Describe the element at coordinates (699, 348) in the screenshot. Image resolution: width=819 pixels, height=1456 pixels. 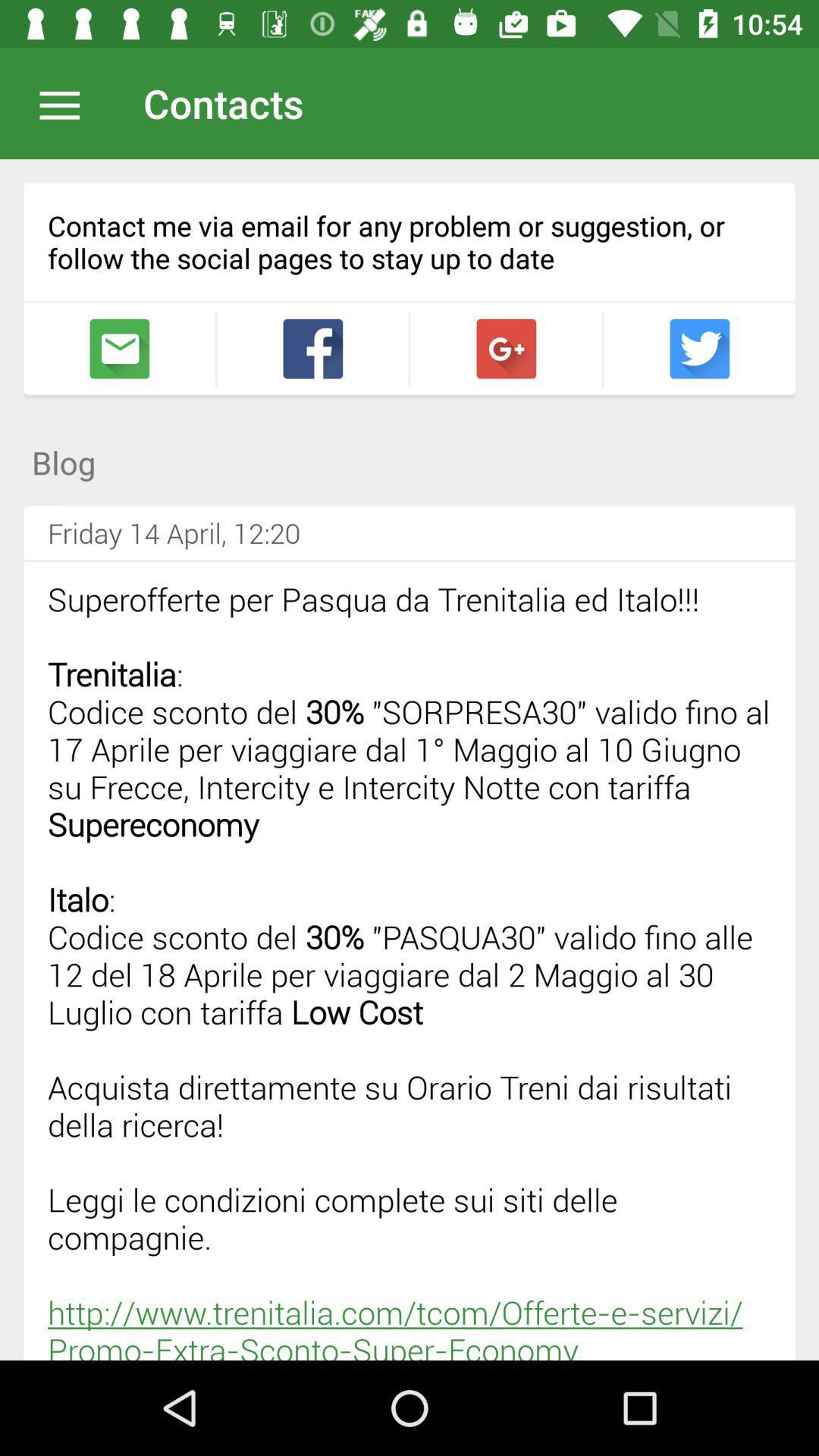
I see `company 's twitter page` at that location.